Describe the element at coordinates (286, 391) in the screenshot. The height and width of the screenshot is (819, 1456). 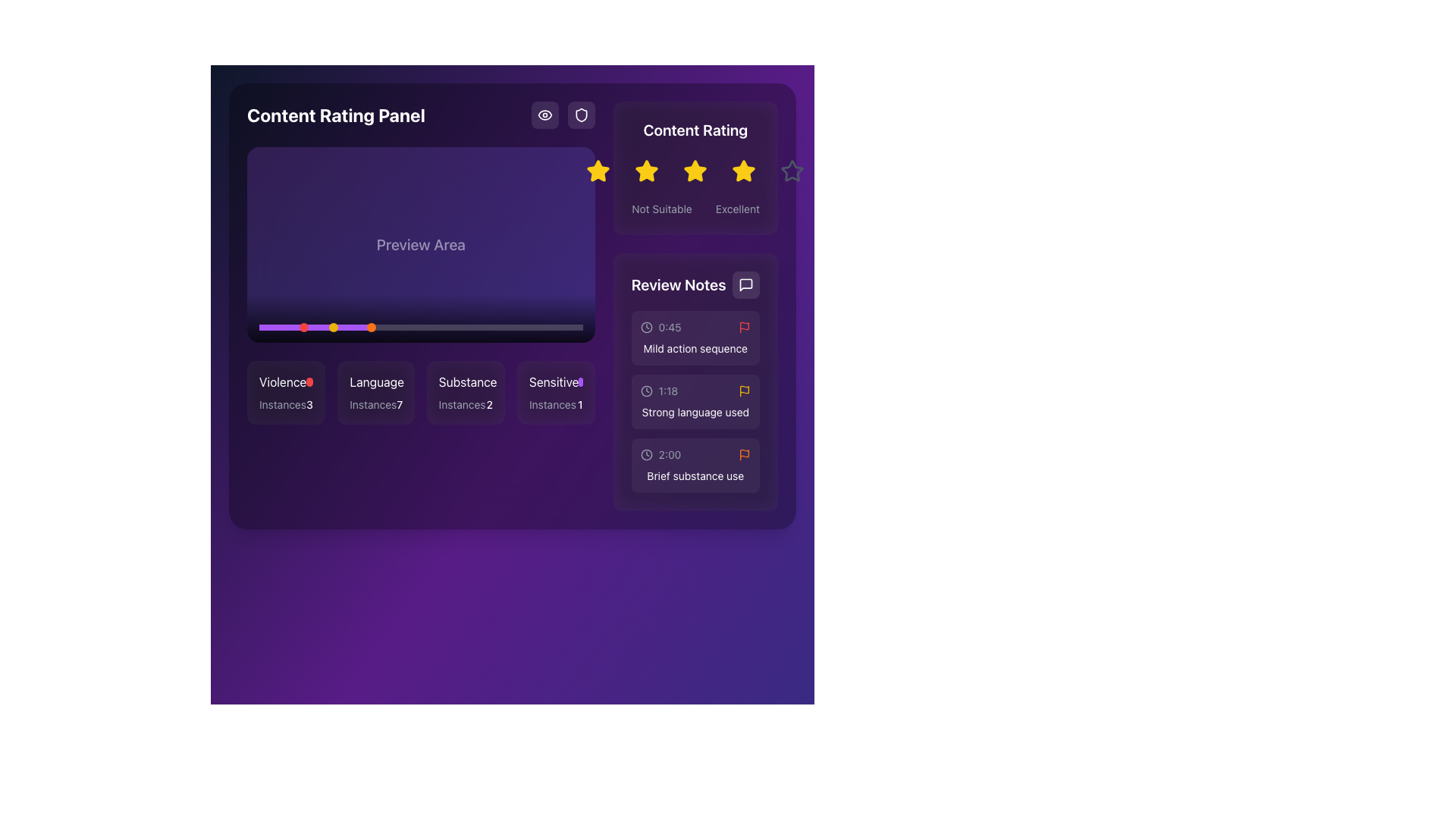
I see `the 'violence' category card, which displays an instance count of '3', located at the top-left position of a grid of four cards in the content rating panel` at that location.